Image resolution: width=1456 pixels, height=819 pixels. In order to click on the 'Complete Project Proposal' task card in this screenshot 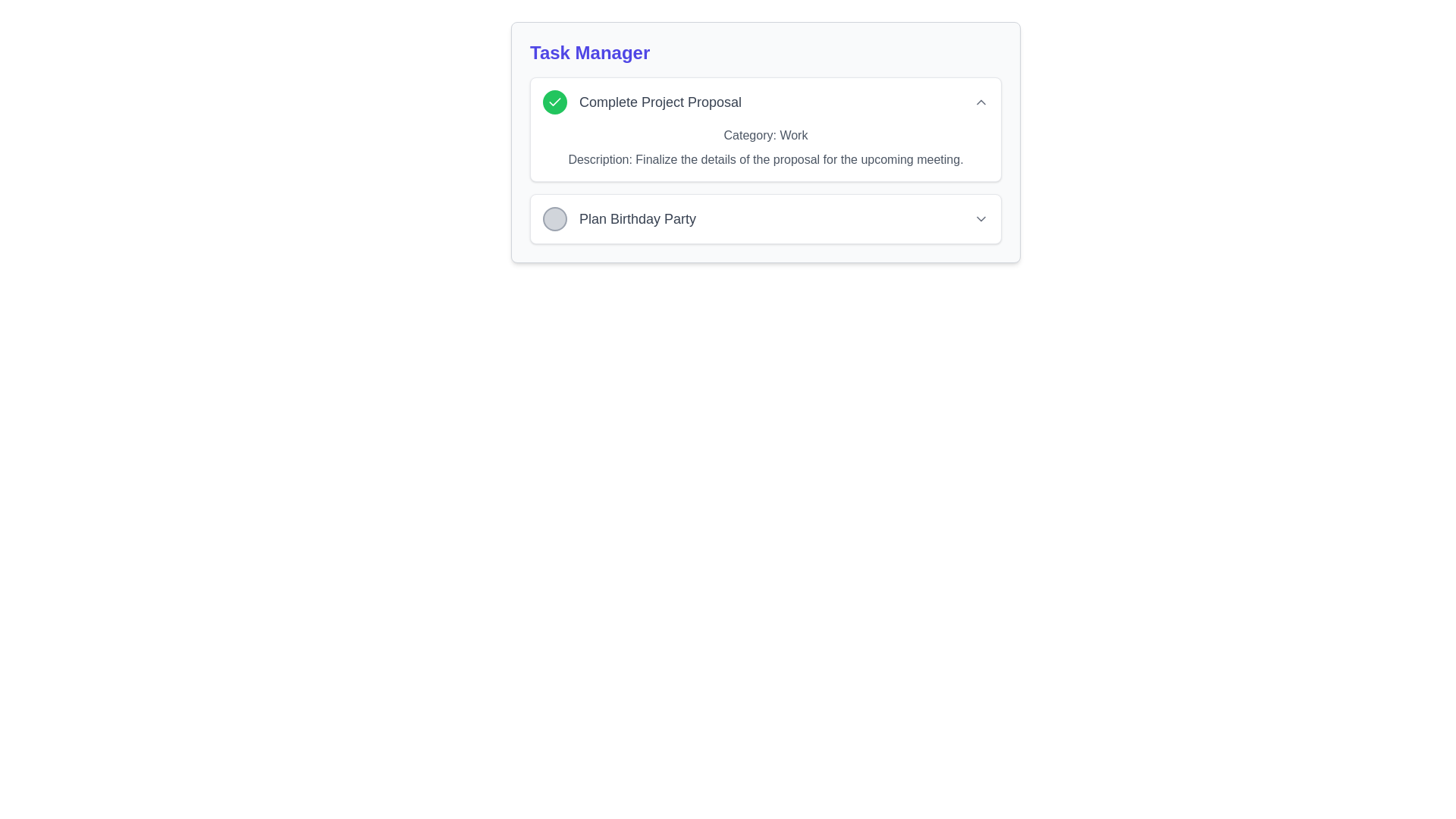, I will do `click(765, 143)`.